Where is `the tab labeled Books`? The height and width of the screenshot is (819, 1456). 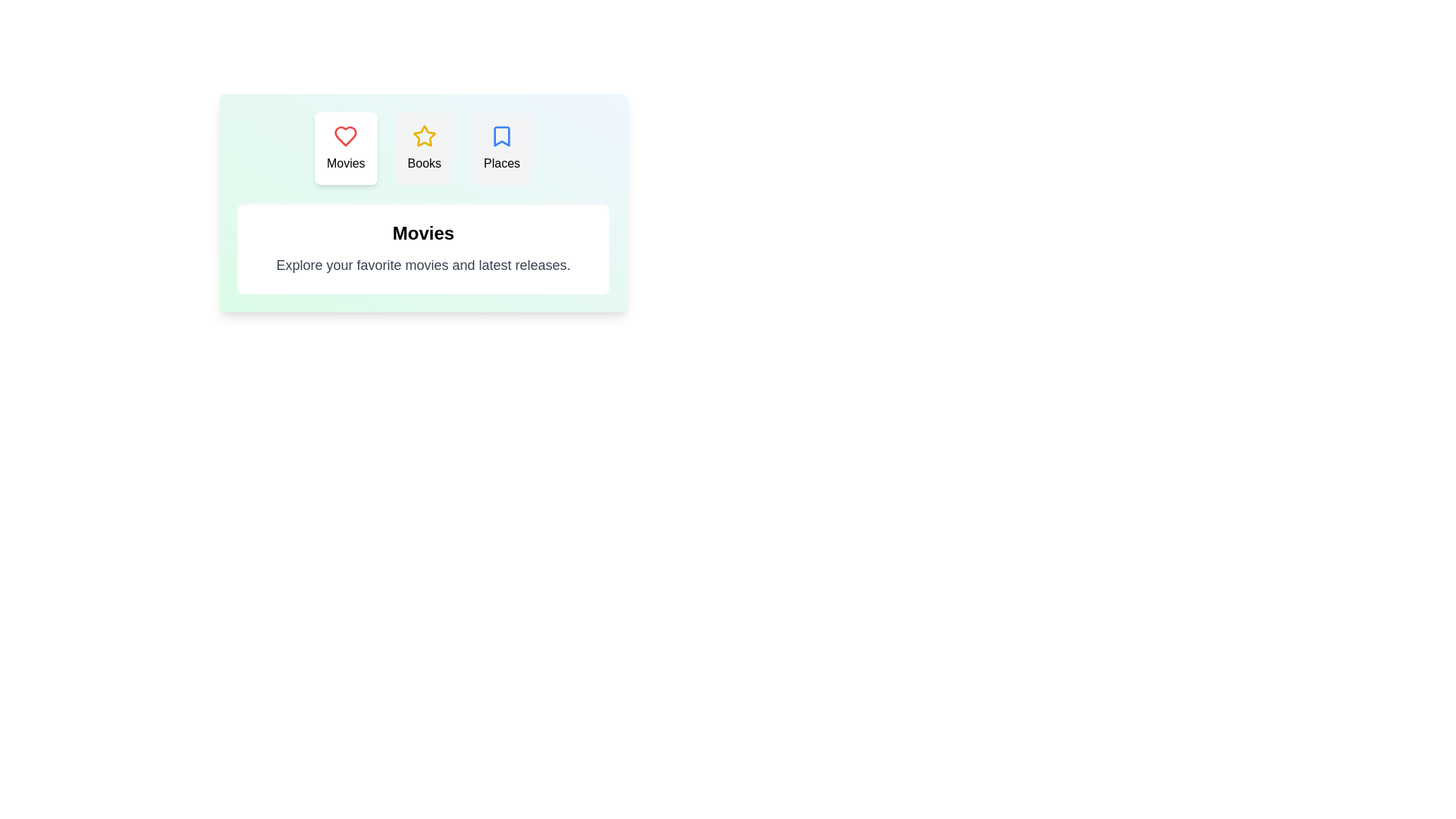
the tab labeled Books is located at coordinates (424, 149).